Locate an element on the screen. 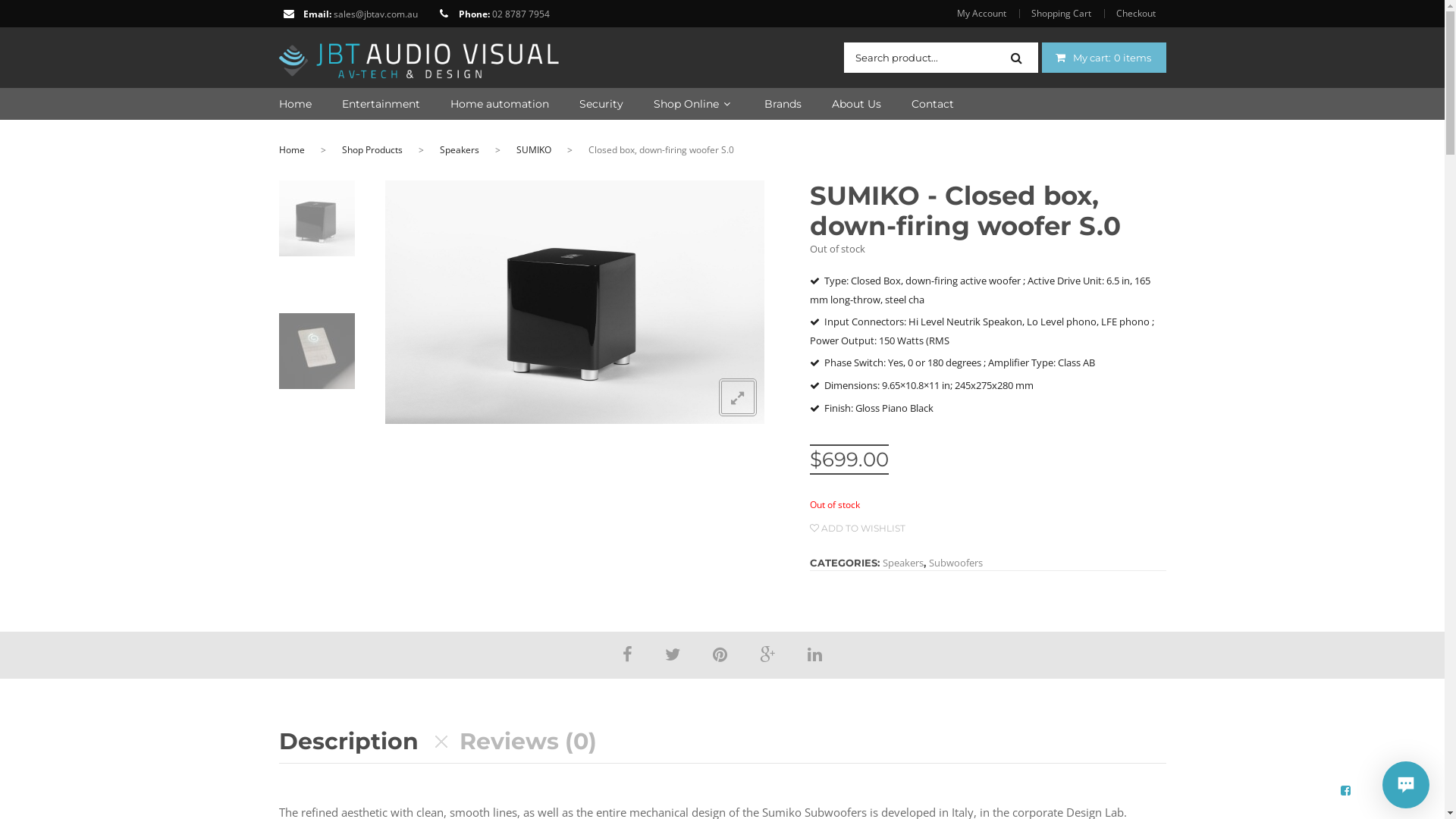  'Shop Products' is located at coordinates (371, 149).